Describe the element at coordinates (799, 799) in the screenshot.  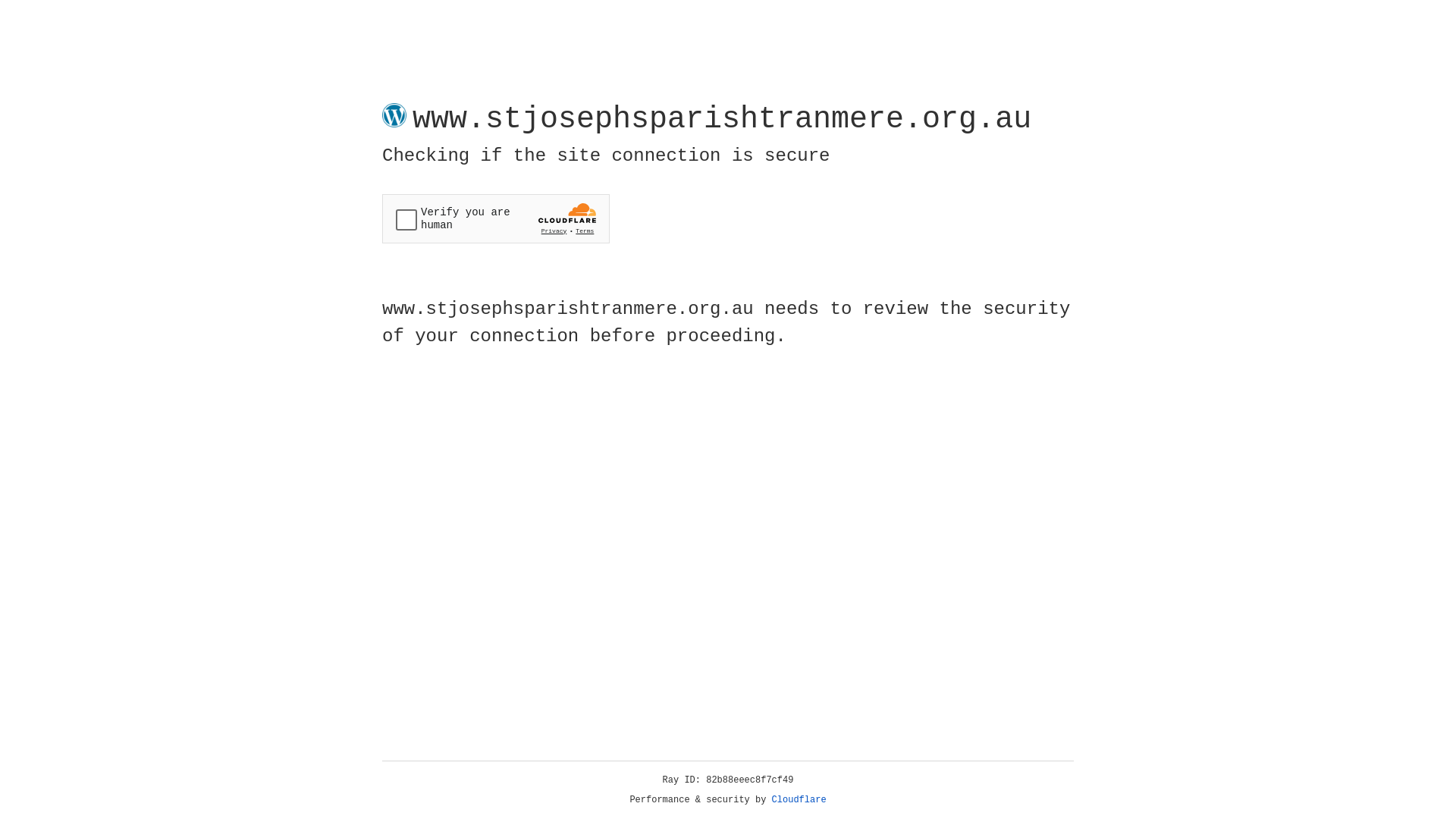
I see `'Cloudflare'` at that location.